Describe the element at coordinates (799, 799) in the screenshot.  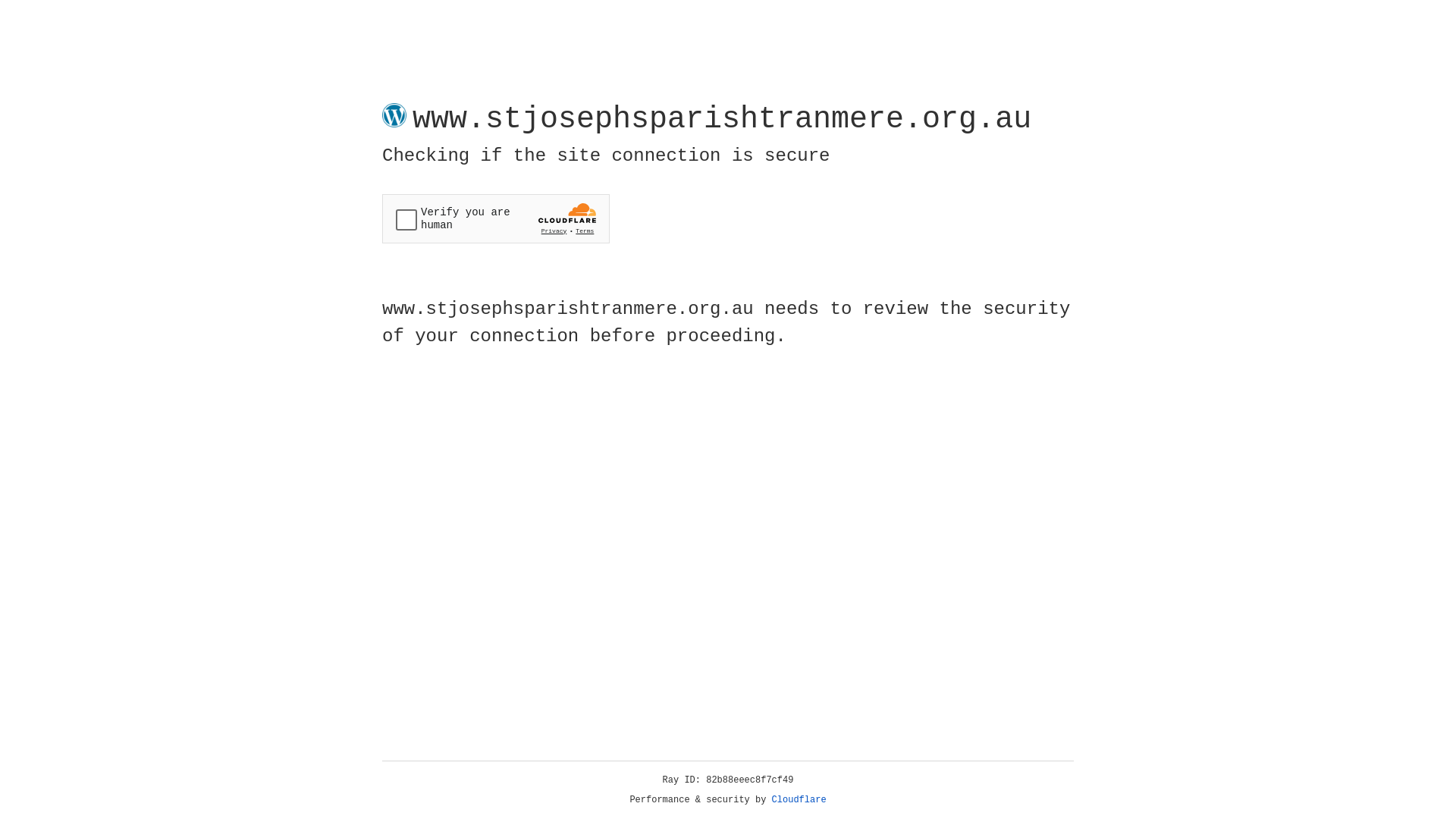
I see `'Cloudflare'` at that location.